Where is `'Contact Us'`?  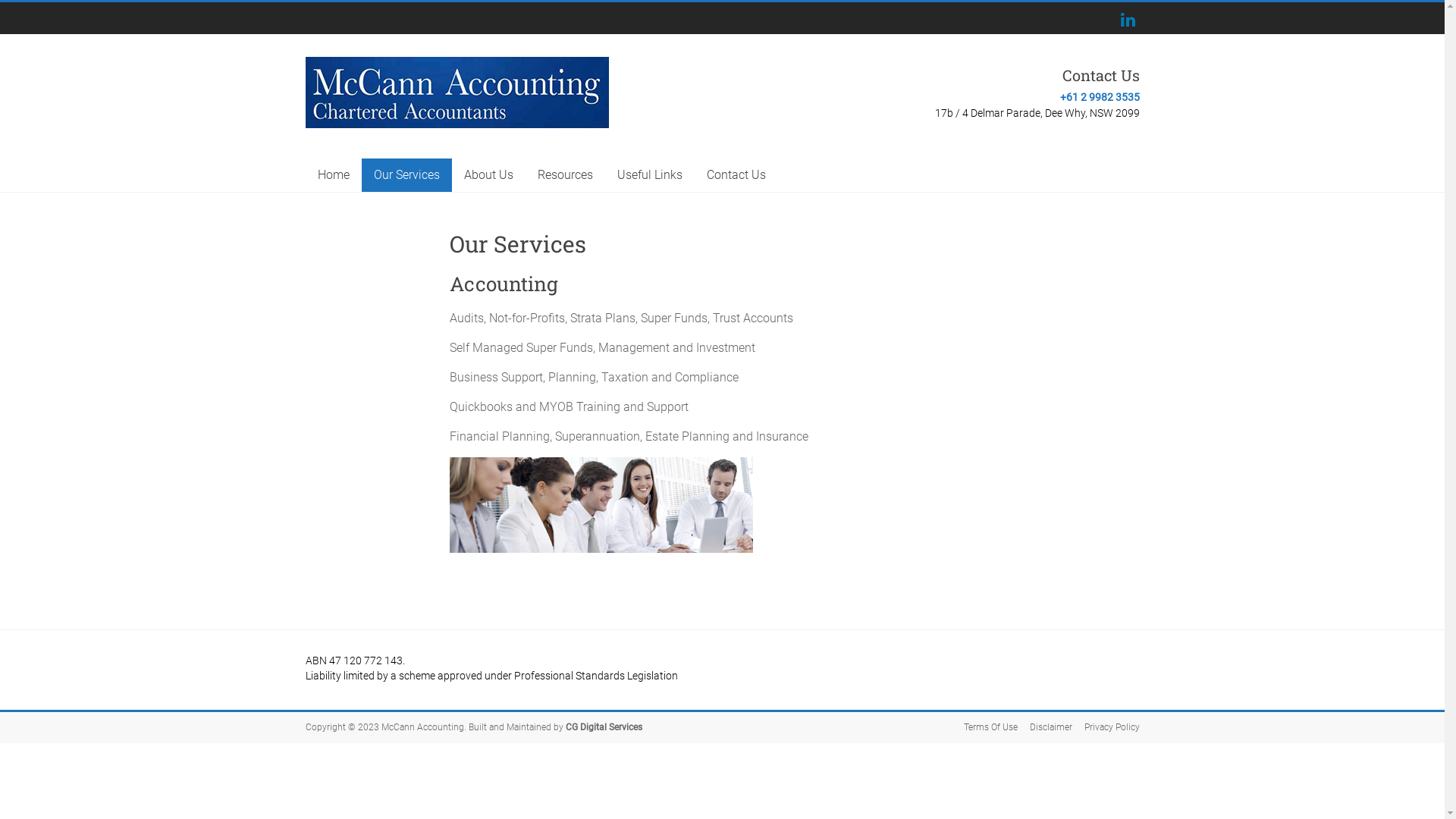
'Contact Us' is located at coordinates (736, 174).